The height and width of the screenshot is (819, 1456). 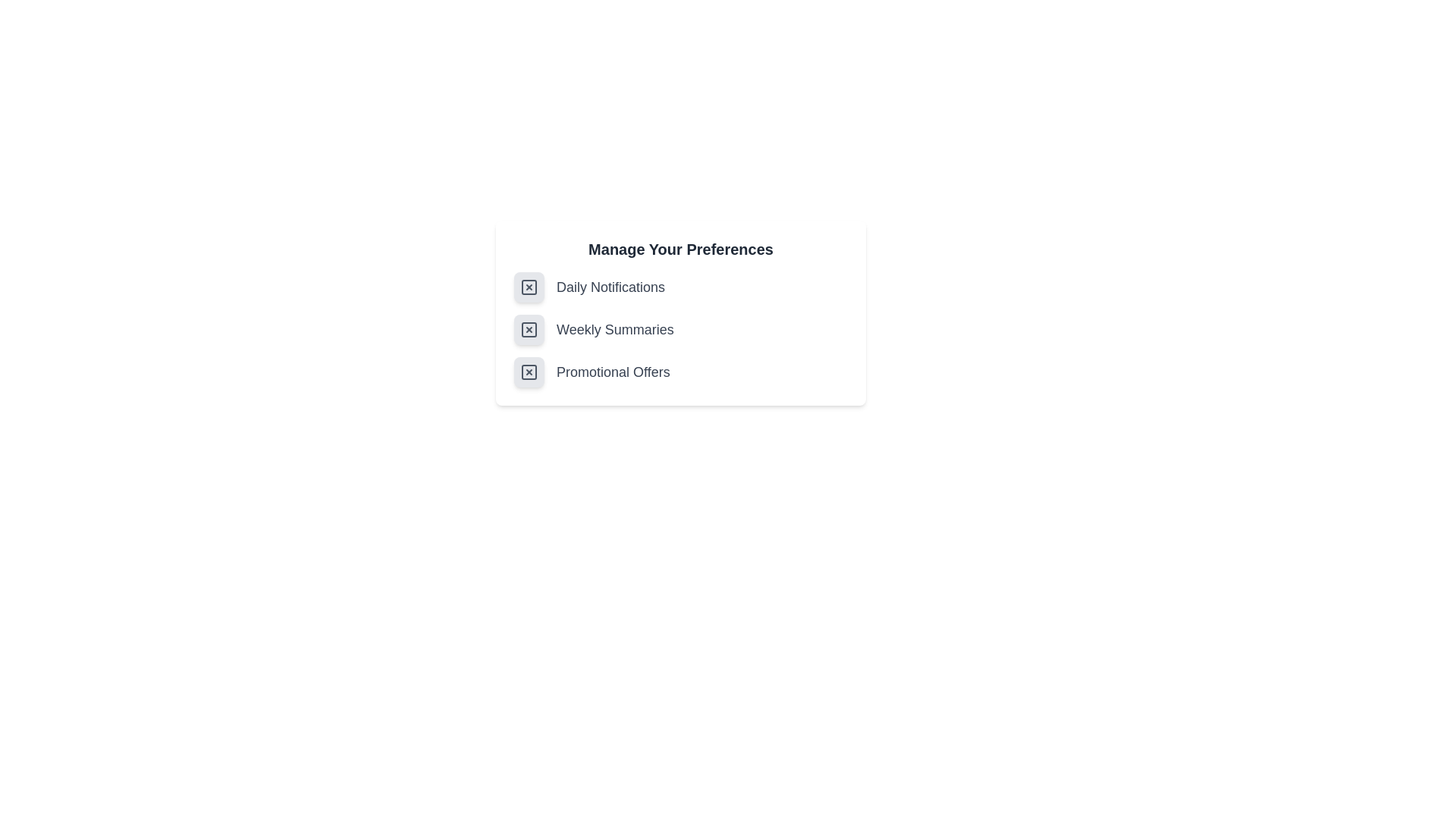 What do you see at coordinates (529, 372) in the screenshot?
I see `the toggle button associated with 'Promotional Offers'` at bounding box center [529, 372].